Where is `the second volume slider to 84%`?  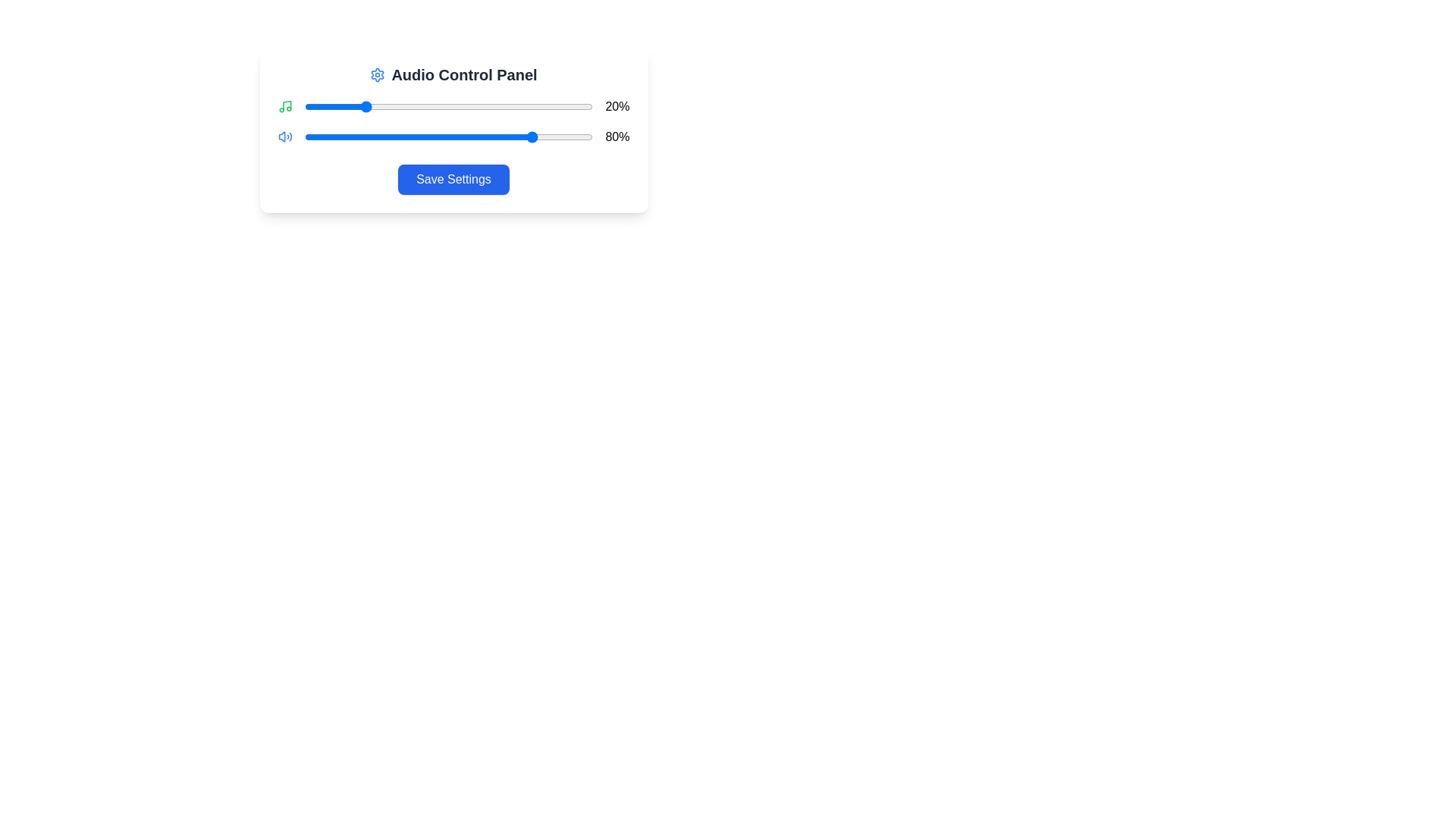 the second volume slider to 84% is located at coordinates (546, 137).